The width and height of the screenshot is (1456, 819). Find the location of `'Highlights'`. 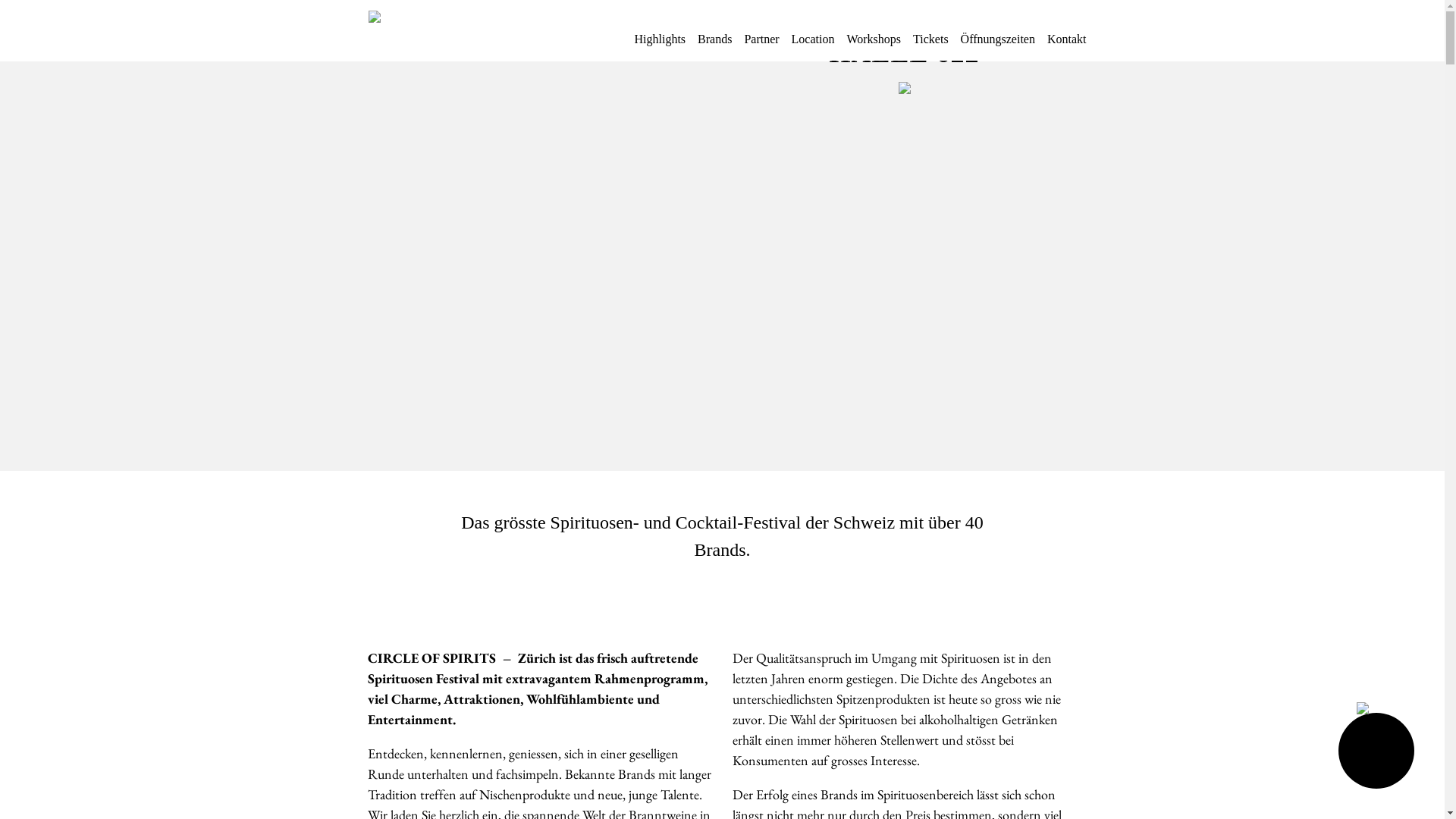

'Highlights' is located at coordinates (659, 45).